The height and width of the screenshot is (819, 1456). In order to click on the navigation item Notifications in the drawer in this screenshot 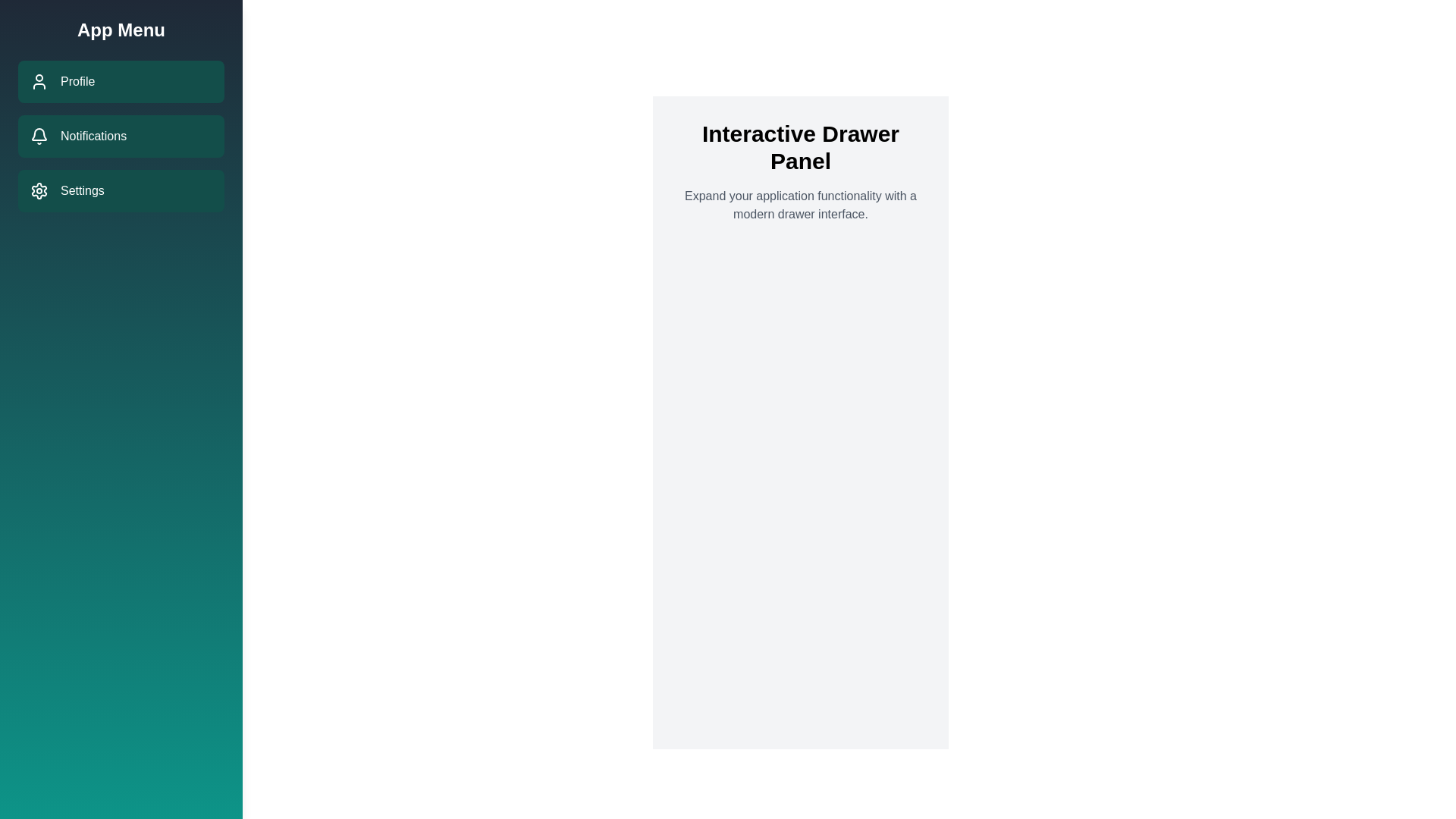, I will do `click(120, 136)`.